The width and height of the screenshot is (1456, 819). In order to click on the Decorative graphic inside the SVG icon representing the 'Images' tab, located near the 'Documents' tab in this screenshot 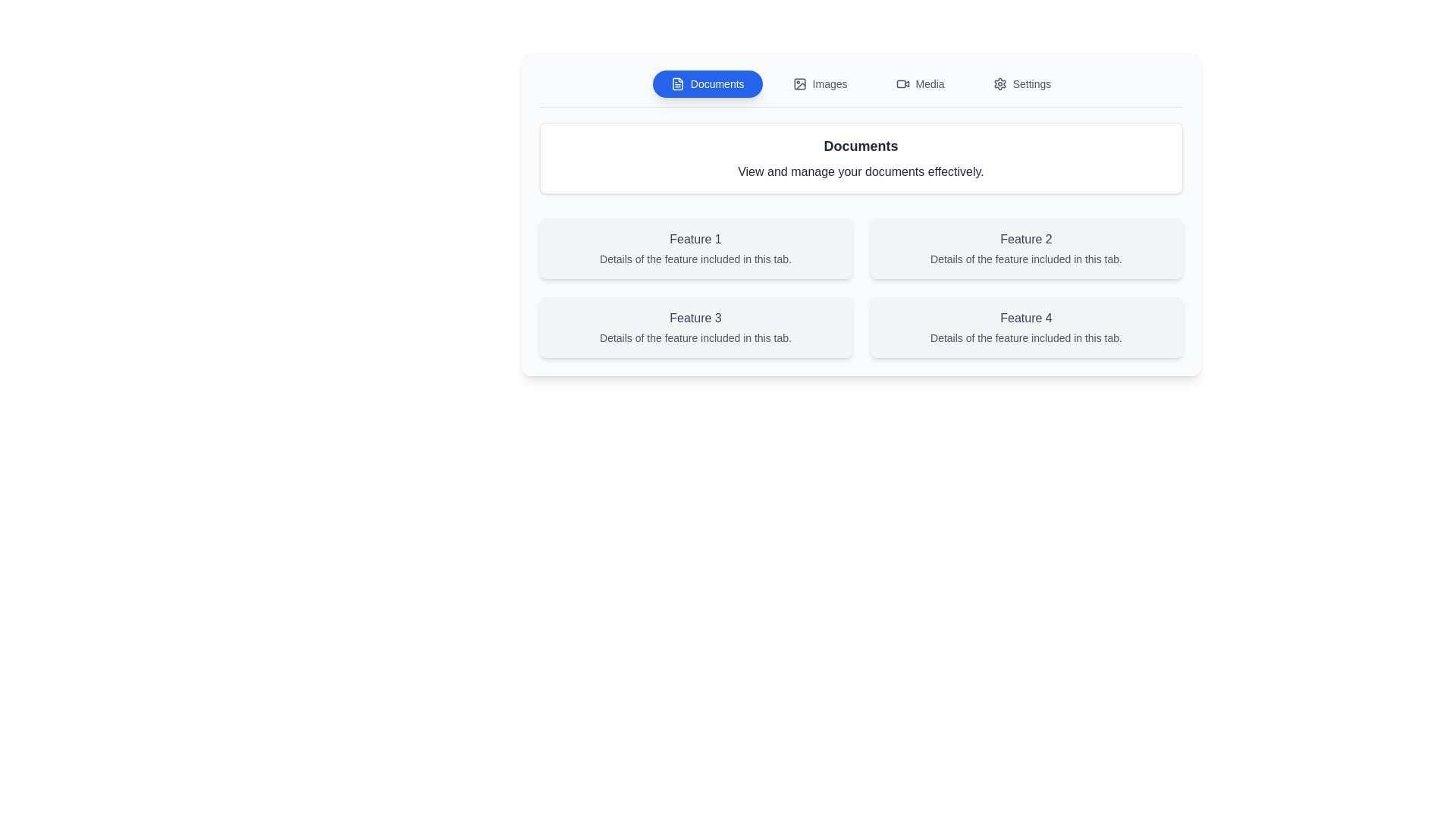, I will do `click(799, 84)`.